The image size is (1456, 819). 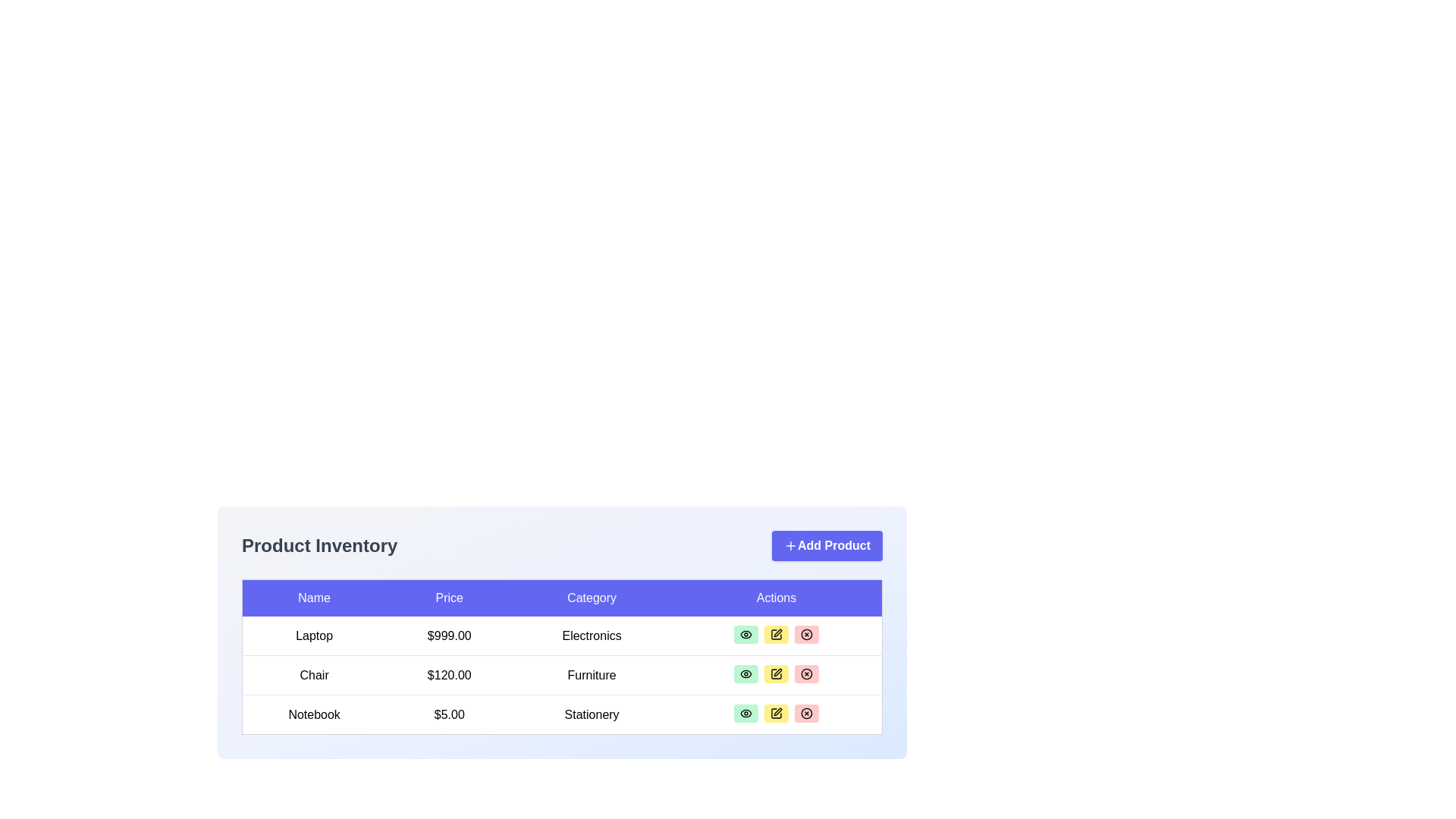 What do you see at coordinates (313, 674) in the screenshot?
I see `the bold, black text label 'Chair' located in the second row of the table under the 'Name' column` at bounding box center [313, 674].